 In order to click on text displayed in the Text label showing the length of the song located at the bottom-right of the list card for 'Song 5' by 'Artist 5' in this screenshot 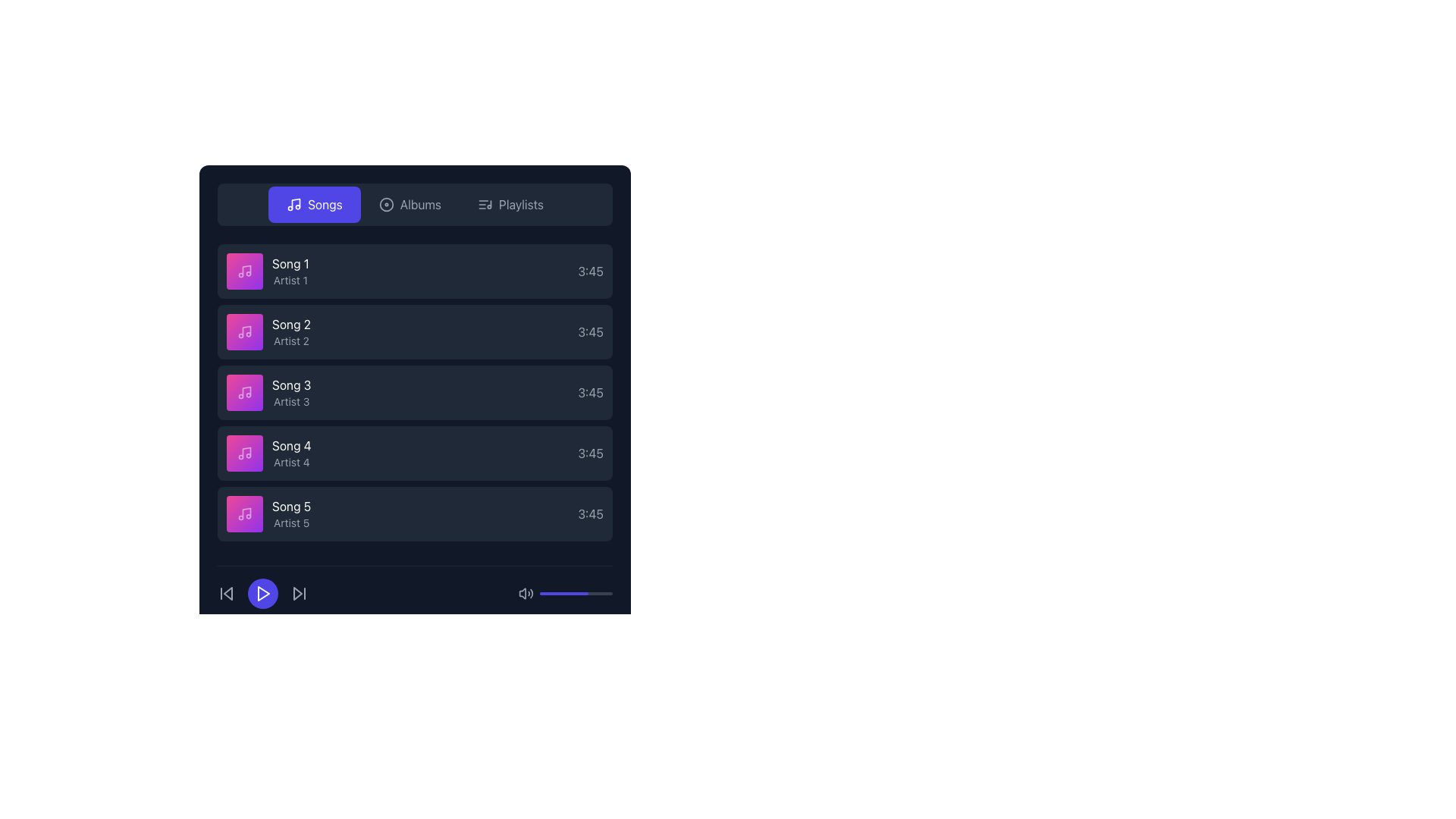, I will do `click(590, 513)`.